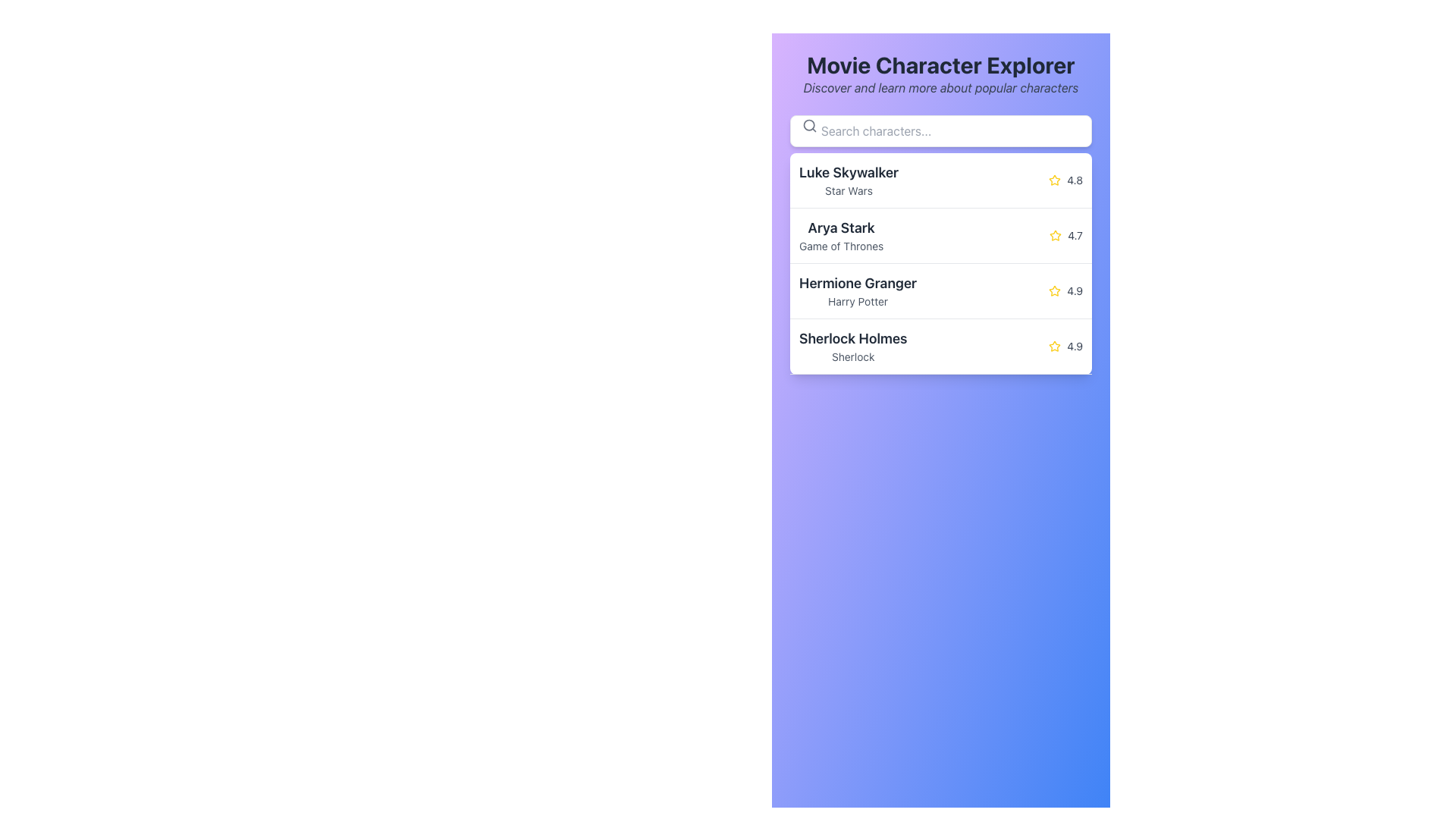 This screenshot has width=1456, height=819. Describe the element at coordinates (853, 338) in the screenshot. I see `the bolded title text of the fourth entry identifying the character 'Sherlock Holmes' in the list` at that location.